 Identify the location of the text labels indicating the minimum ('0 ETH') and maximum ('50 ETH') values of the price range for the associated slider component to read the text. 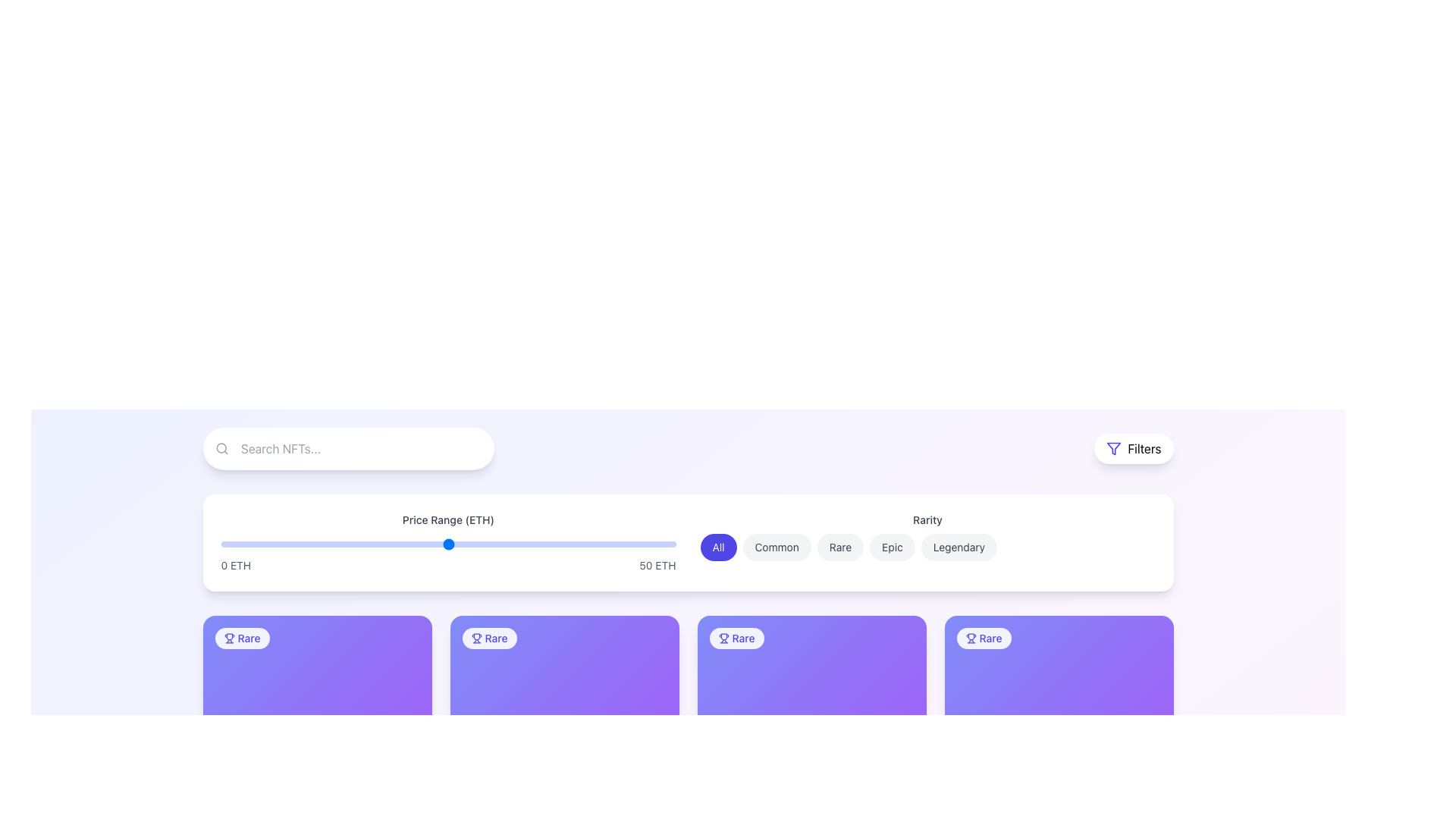
(447, 565).